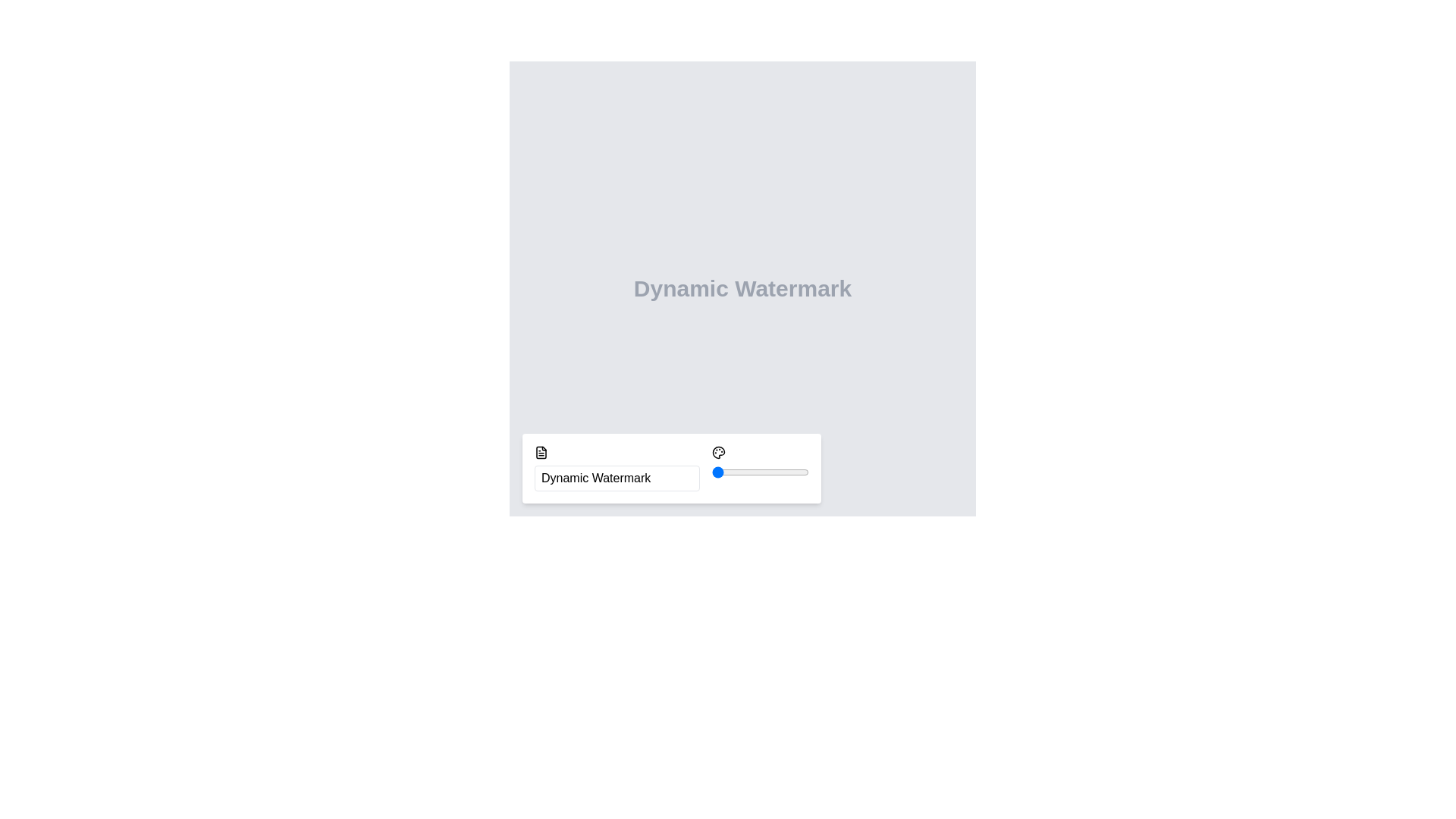  I want to click on rotation angle, so click(792, 472).